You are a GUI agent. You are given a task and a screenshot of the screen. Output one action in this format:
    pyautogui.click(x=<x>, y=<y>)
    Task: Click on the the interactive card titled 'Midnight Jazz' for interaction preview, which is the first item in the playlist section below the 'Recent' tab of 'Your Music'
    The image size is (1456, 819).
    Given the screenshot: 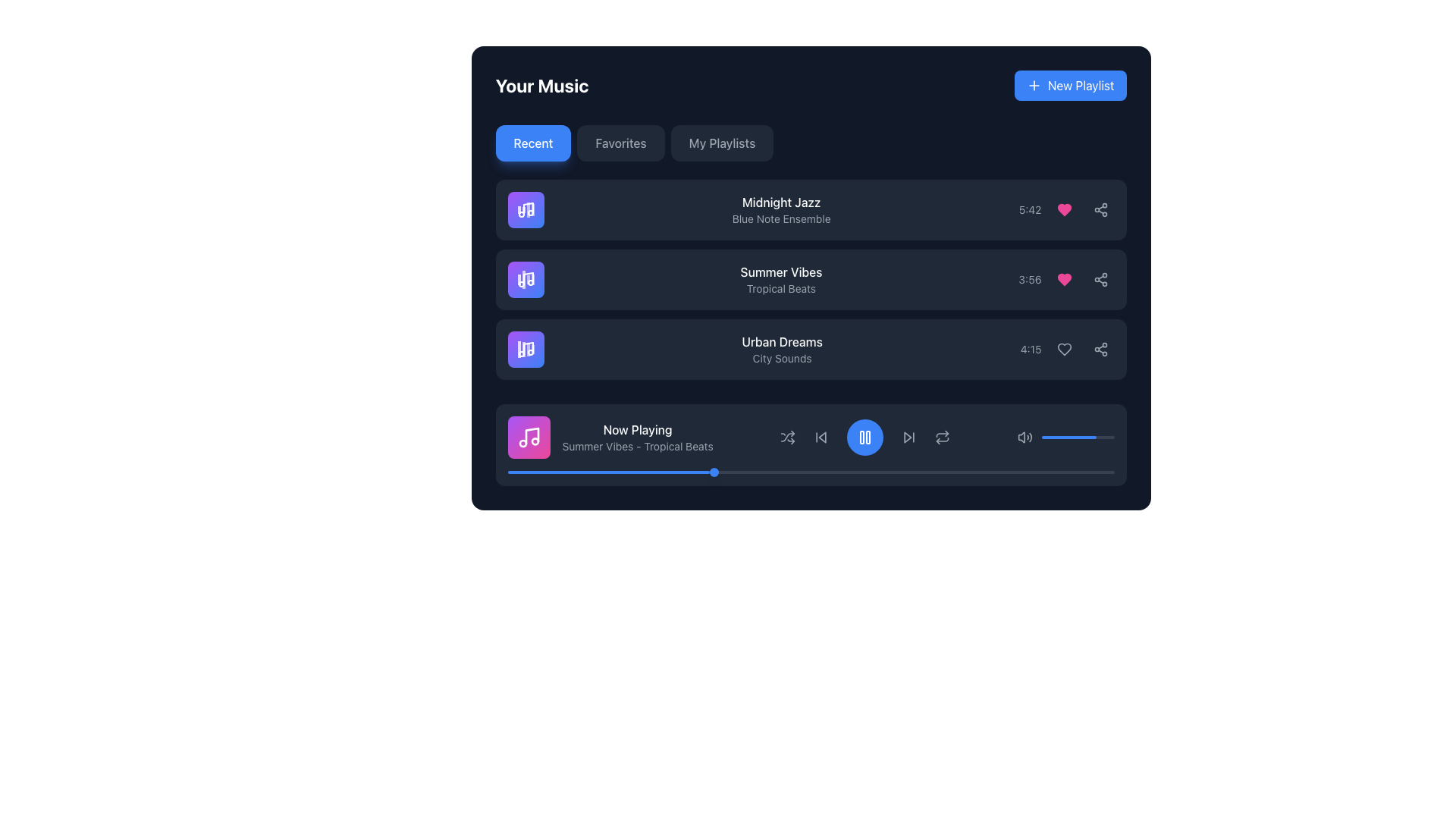 What is the action you would take?
    pyautogui.click(x=810, y=210)
    